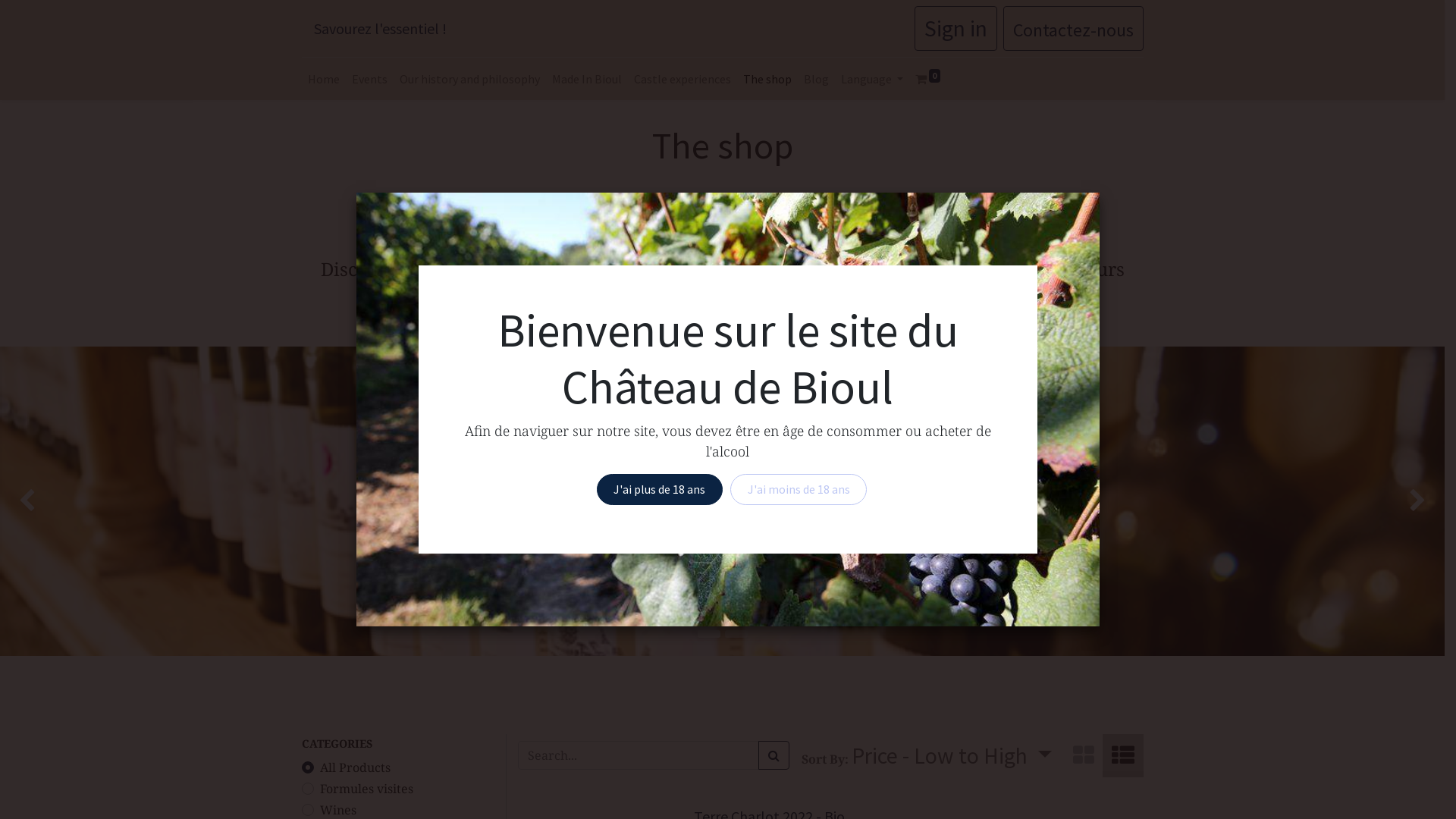 Image resolution: width=1456 pixels, height=819 pixels. I want to click on 'Contactez-nous', so click(1072, 28).